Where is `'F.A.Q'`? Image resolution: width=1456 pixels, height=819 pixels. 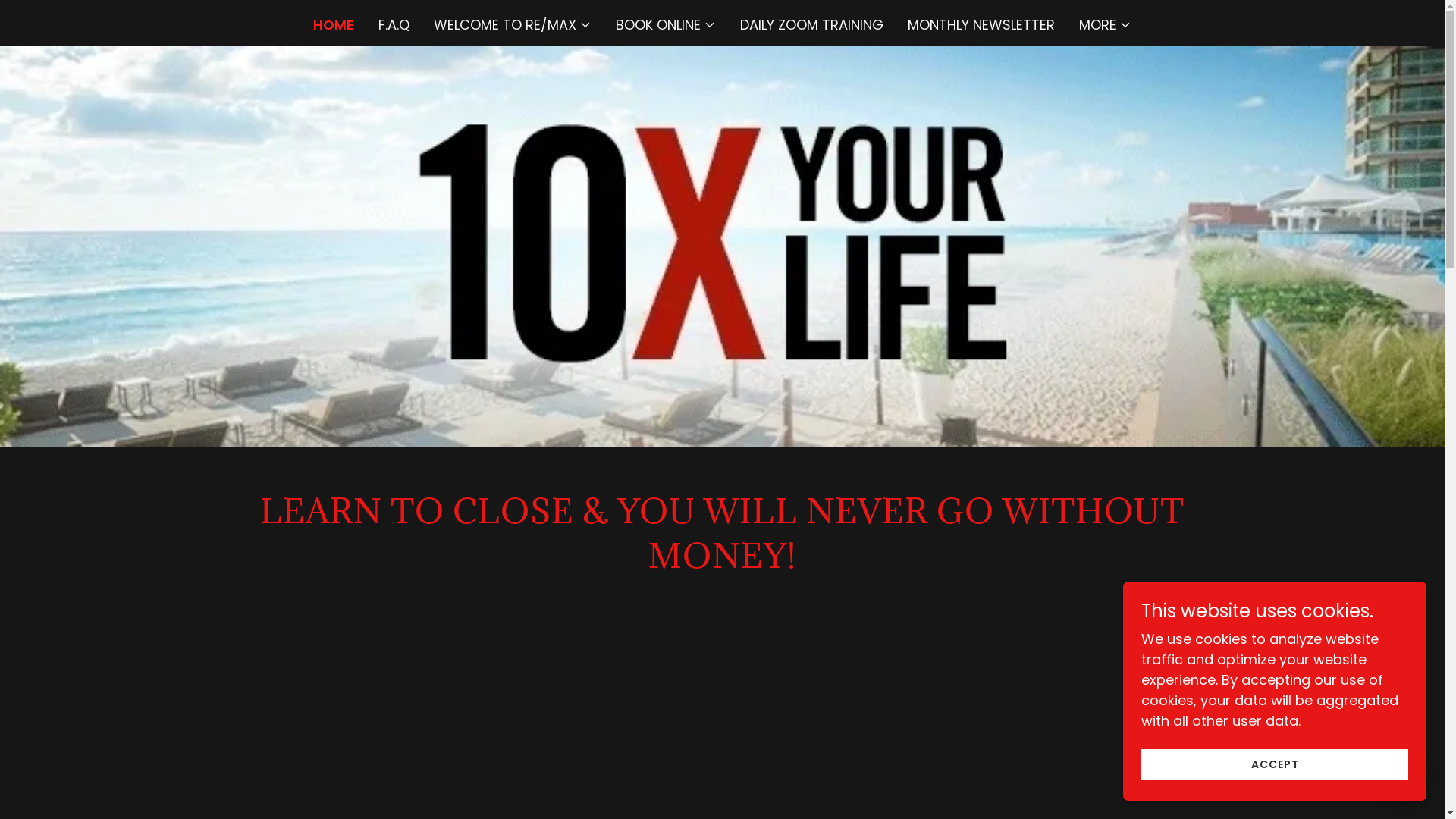
'F.A.Q' is located at coordinates (374, 25).